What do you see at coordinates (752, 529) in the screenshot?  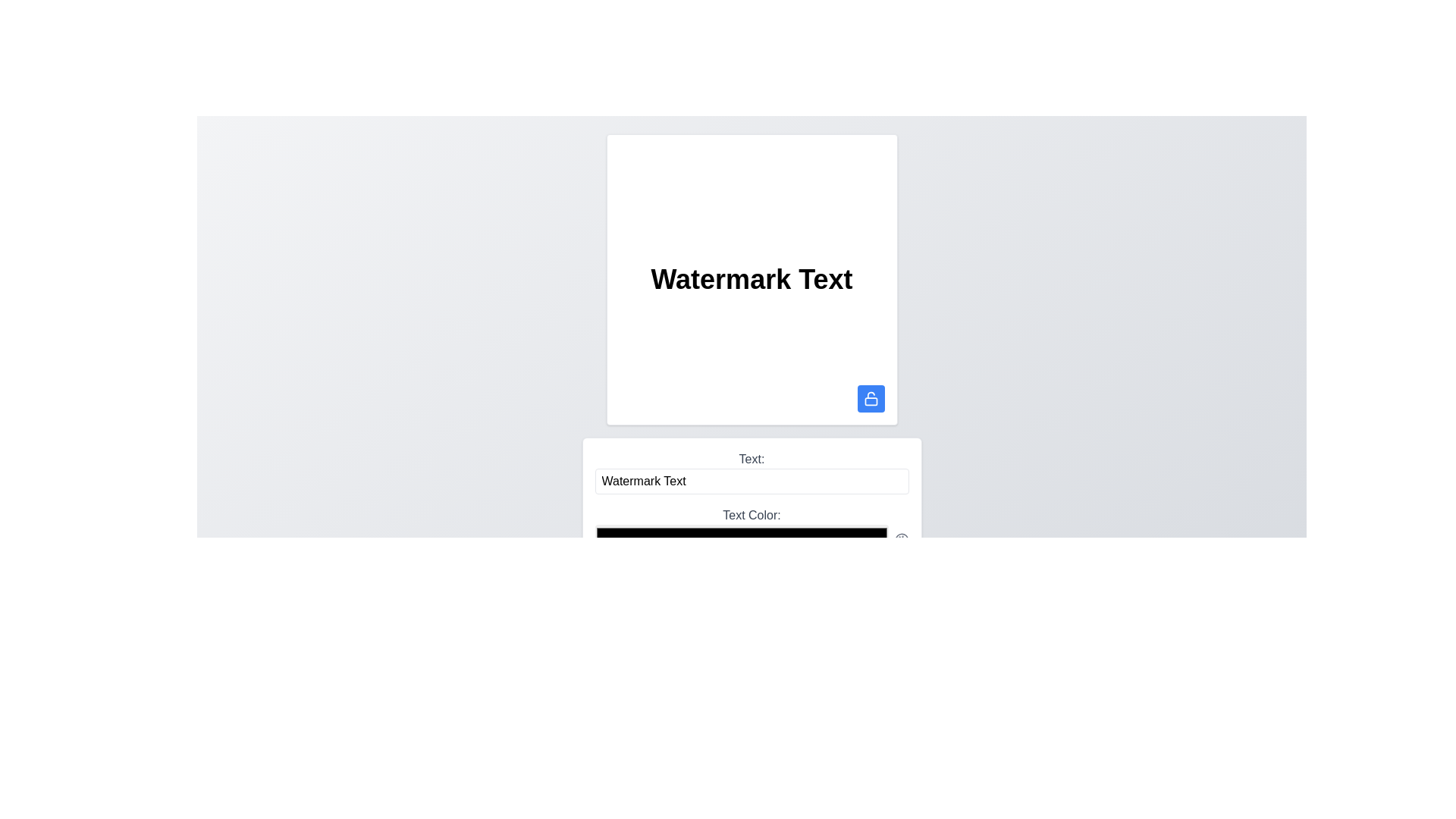 I see `the associated color value by clicking on the 'Text Color:' label which is gray and located centrally in the box below 'Watermark Text' and above 'Rotation:'` at bounding box center [752, 529].